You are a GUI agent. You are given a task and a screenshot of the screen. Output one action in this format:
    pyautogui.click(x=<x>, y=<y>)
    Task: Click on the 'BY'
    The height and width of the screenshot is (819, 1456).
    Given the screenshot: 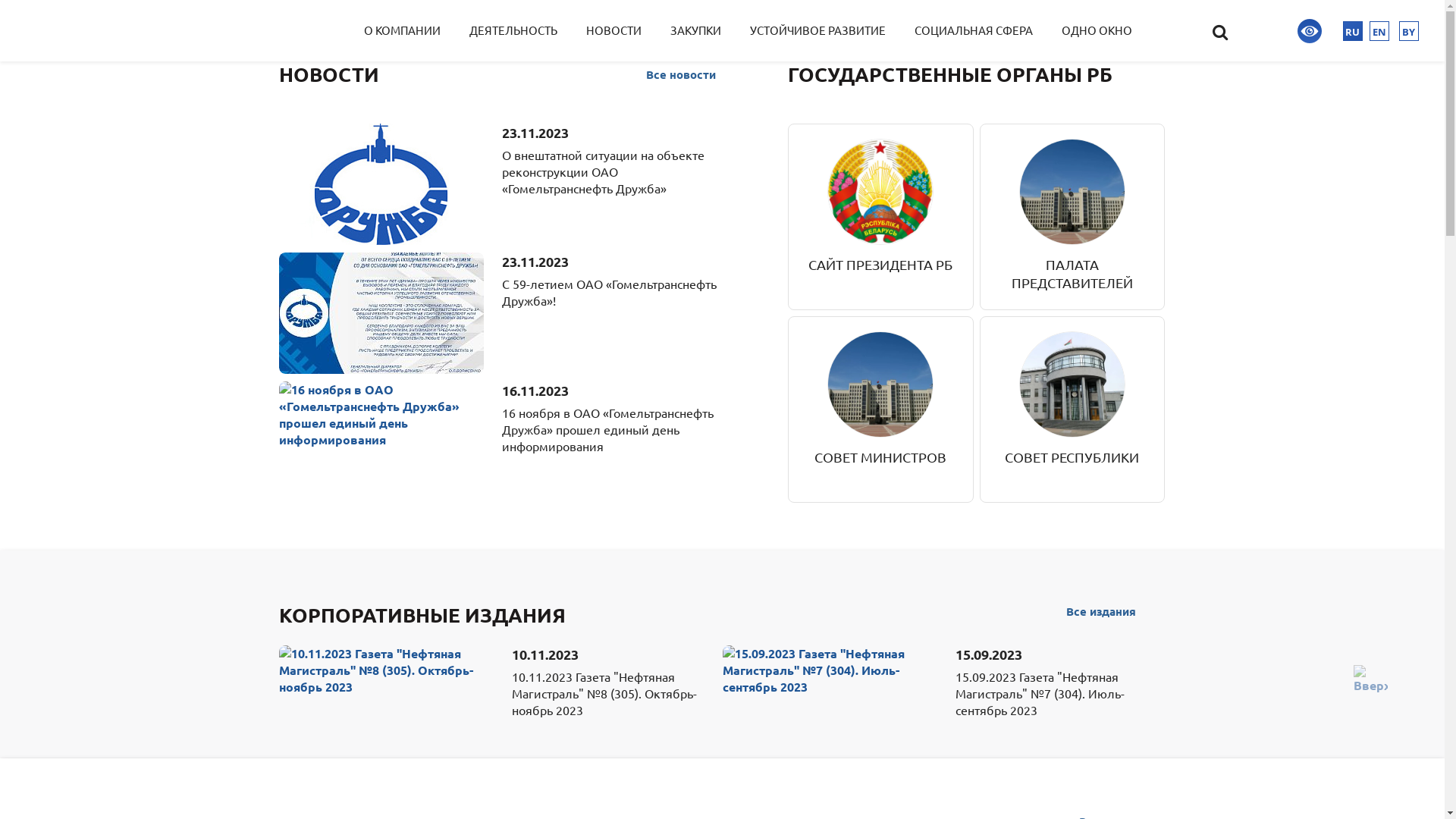 What is the action you would take?
    pyautogui.click(x=1407, y=31)
    